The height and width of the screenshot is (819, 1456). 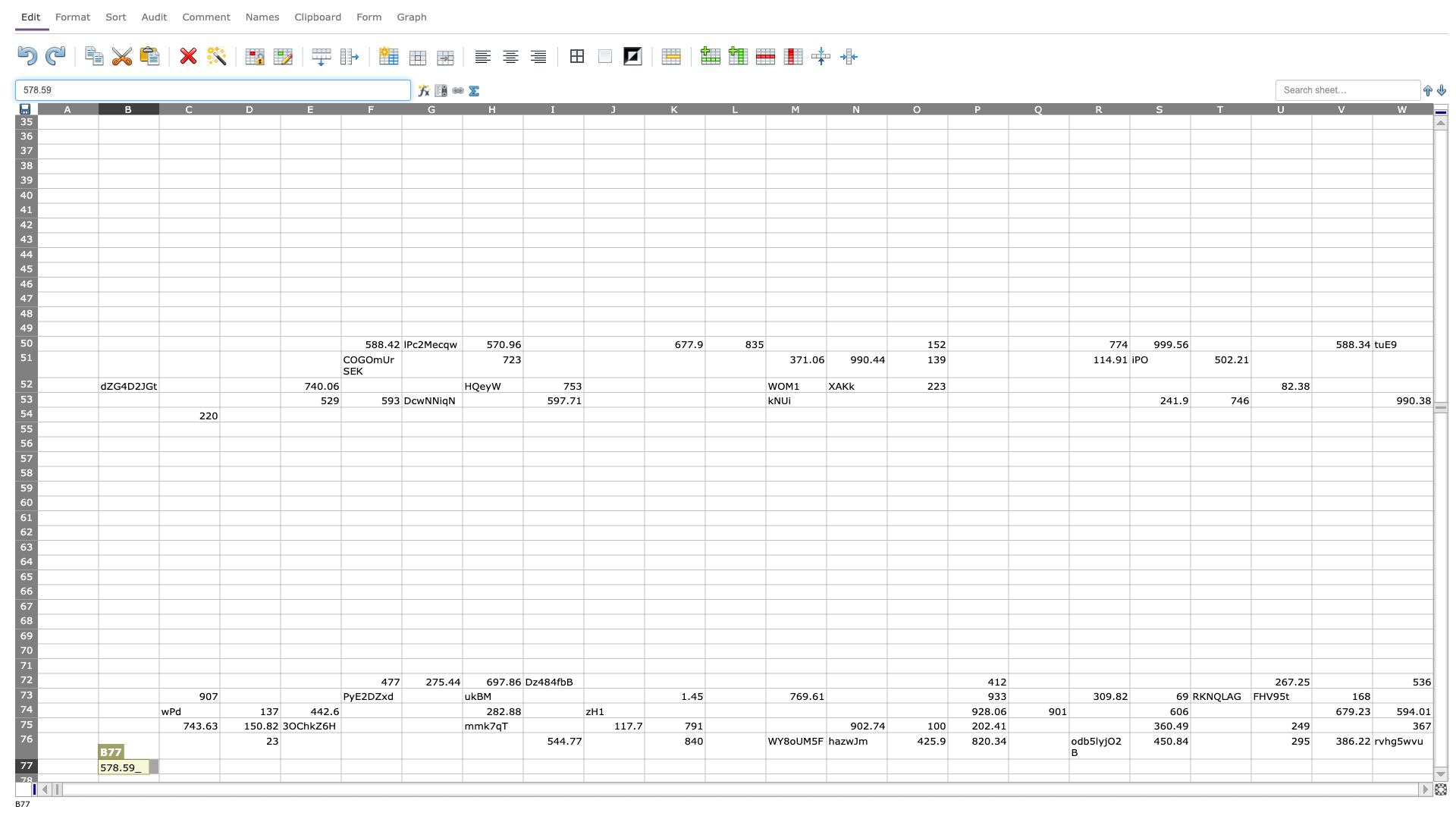 I want to click on Top left corner of C-77, so click(x=159, y=759).